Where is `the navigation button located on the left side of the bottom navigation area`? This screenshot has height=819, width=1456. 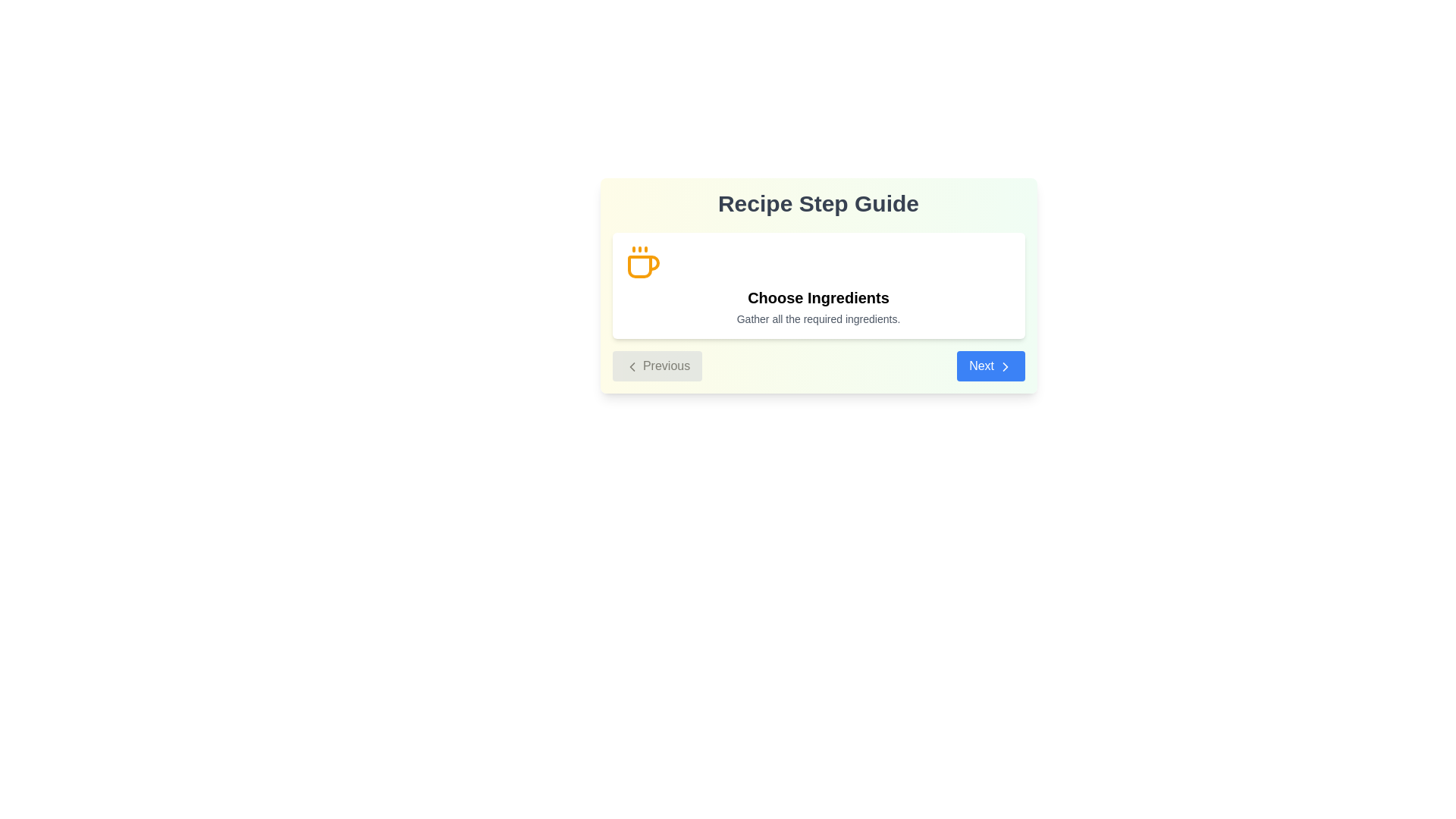 the navigation button located on the left side of the bottom navigation area is located at coordinates (657, 366).